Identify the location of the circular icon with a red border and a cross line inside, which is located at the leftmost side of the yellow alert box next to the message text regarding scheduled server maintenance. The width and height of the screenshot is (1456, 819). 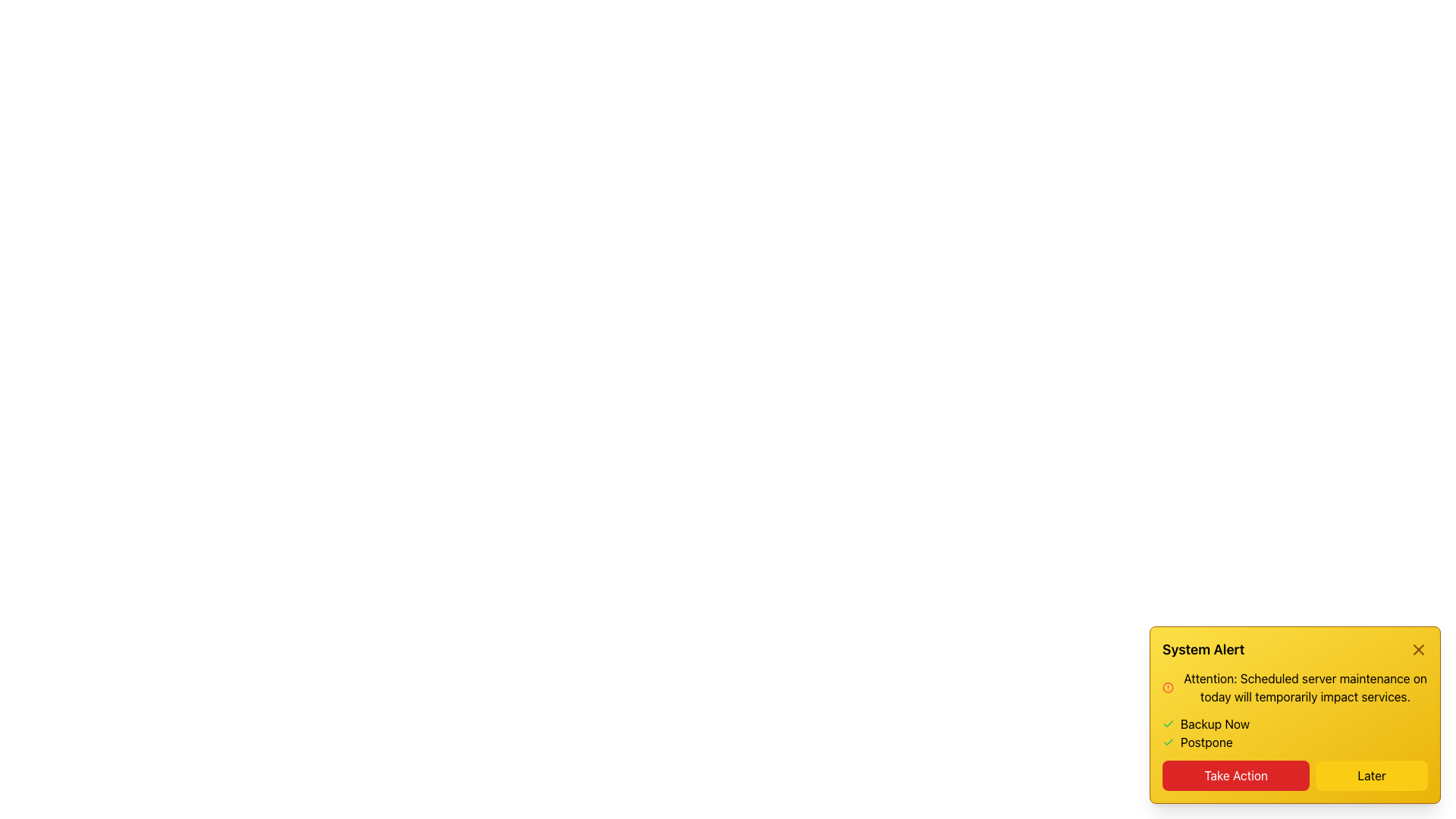
(1167, 687).